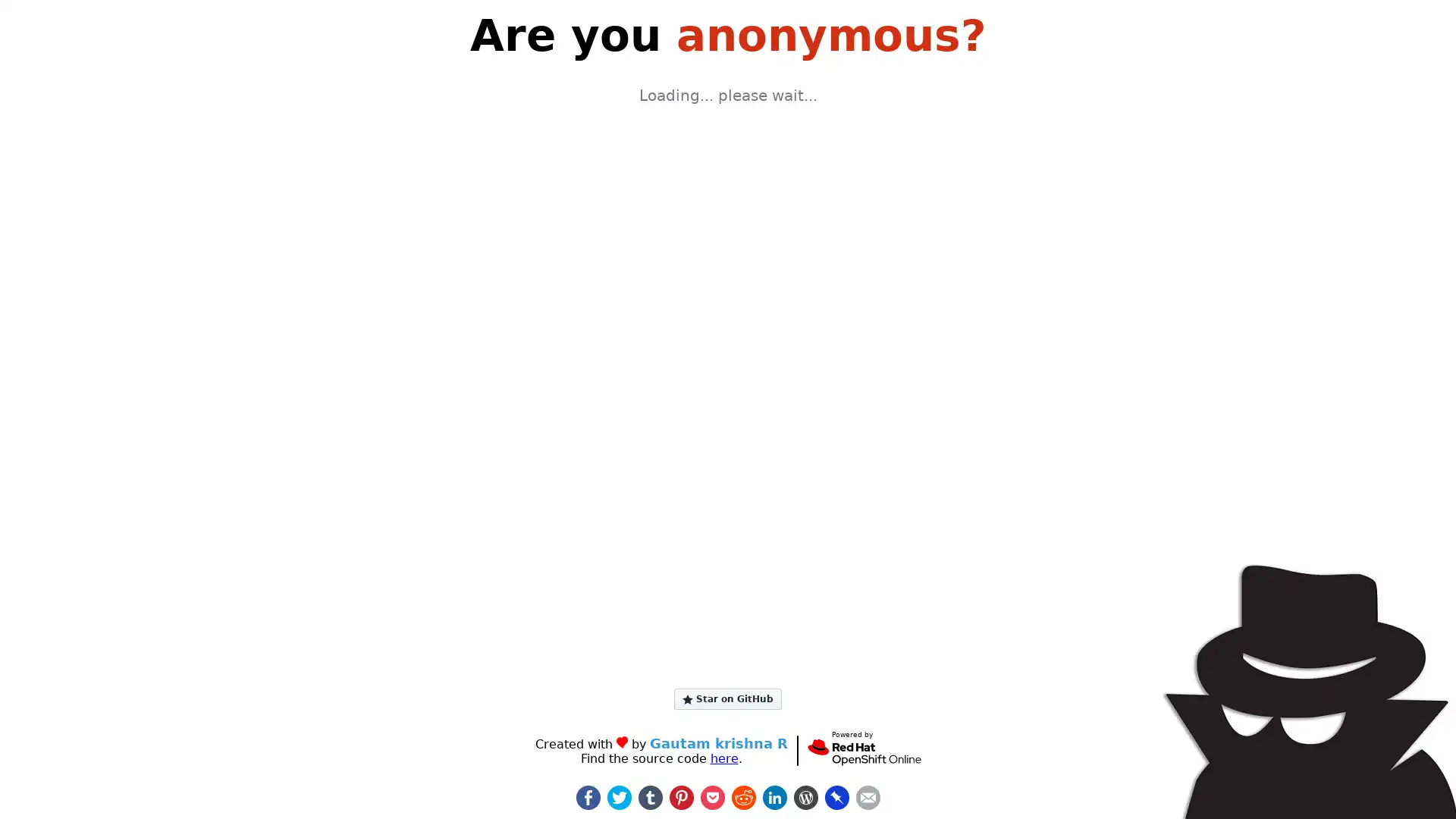  What do you see at coordinates (728, 307) in the screenshot?
I see `See the magic!` at bounding box center [728, 307].